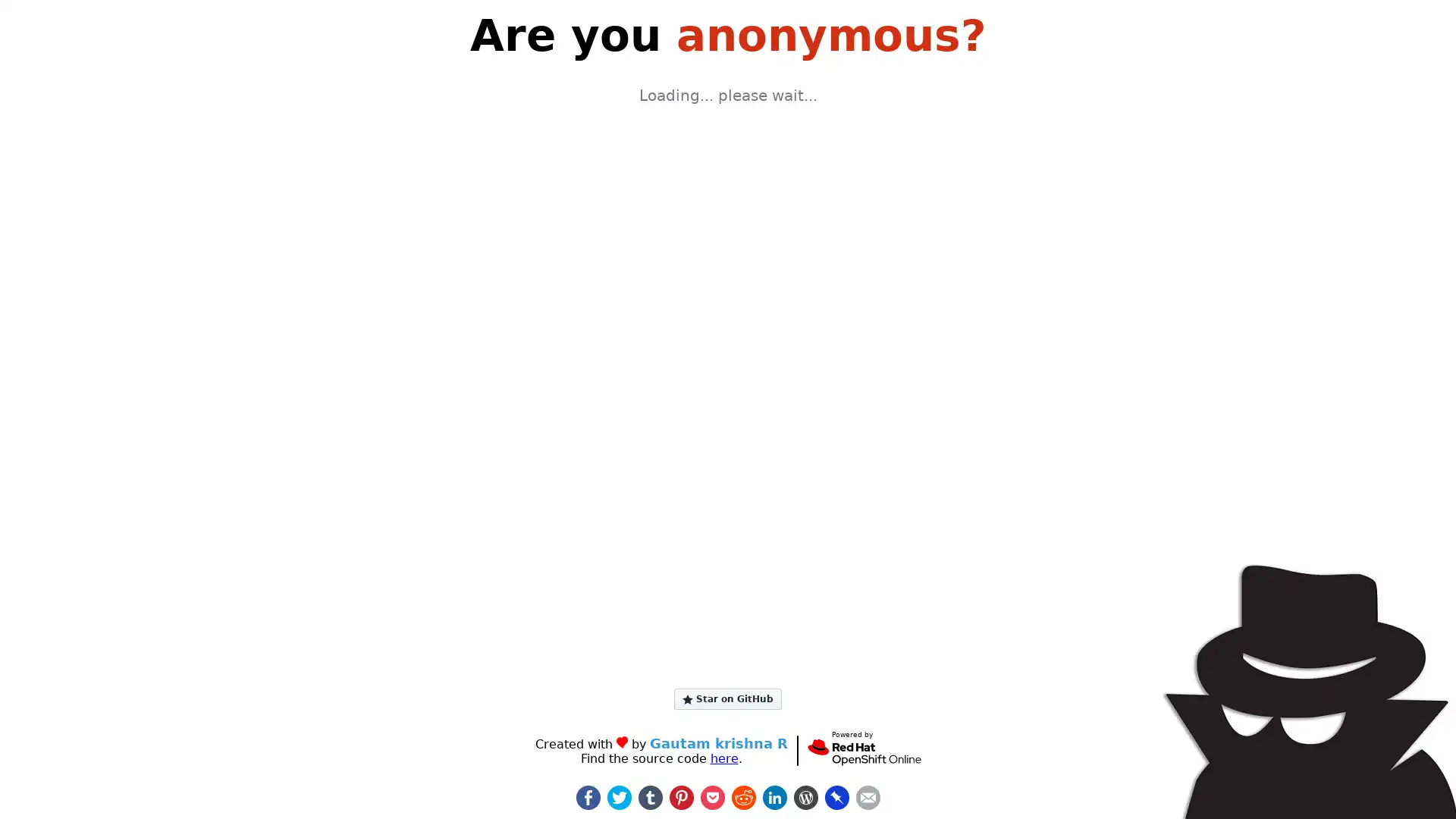  What do you see at coordinates (728, 307) in the screenshot?
I see `See the magic!` at bounding box center [728, 307].